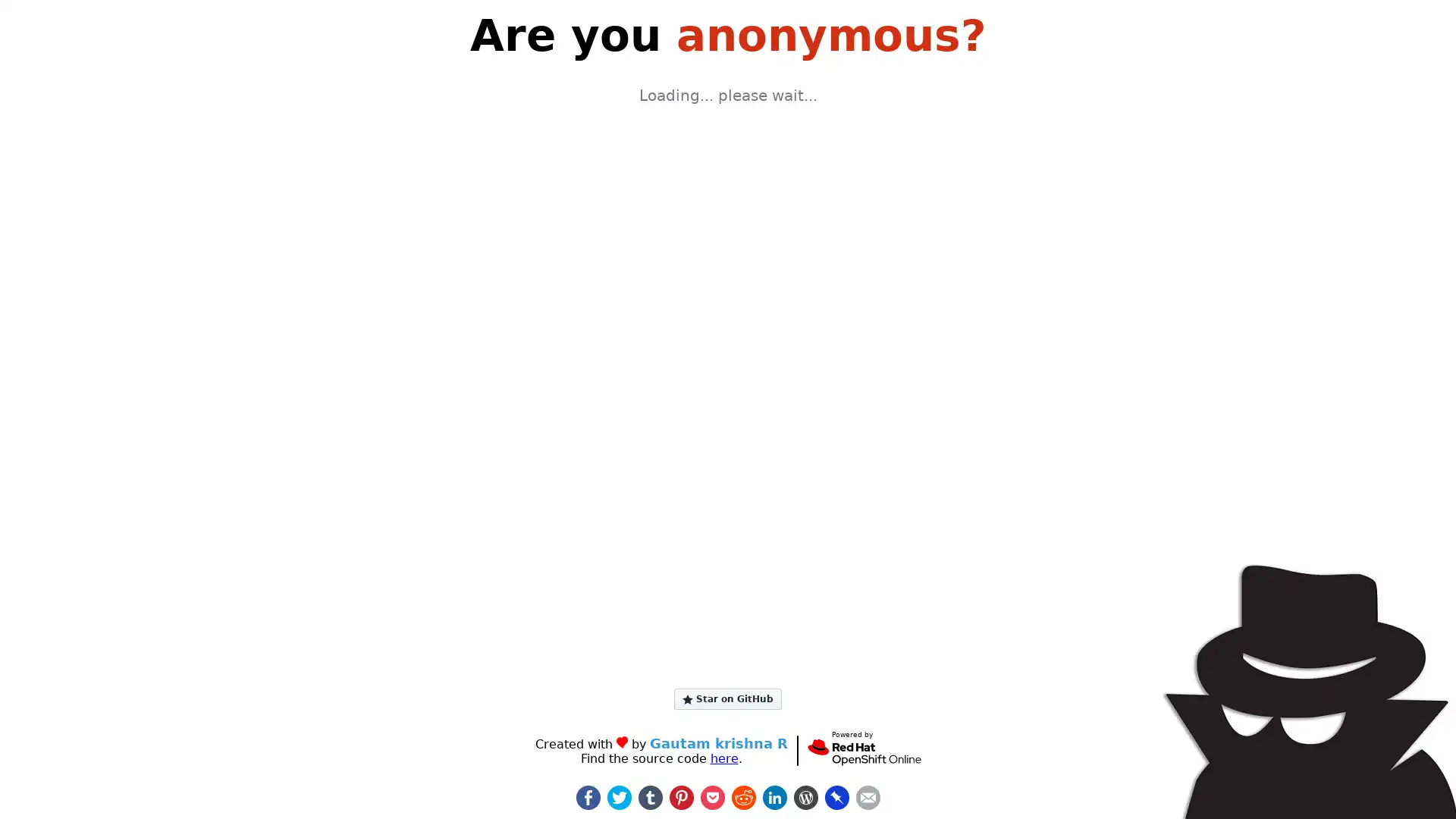  What do you see at coordinates (728, 307) in the screenshot?
I see `See the magic!` at bounding box center [728, 307].